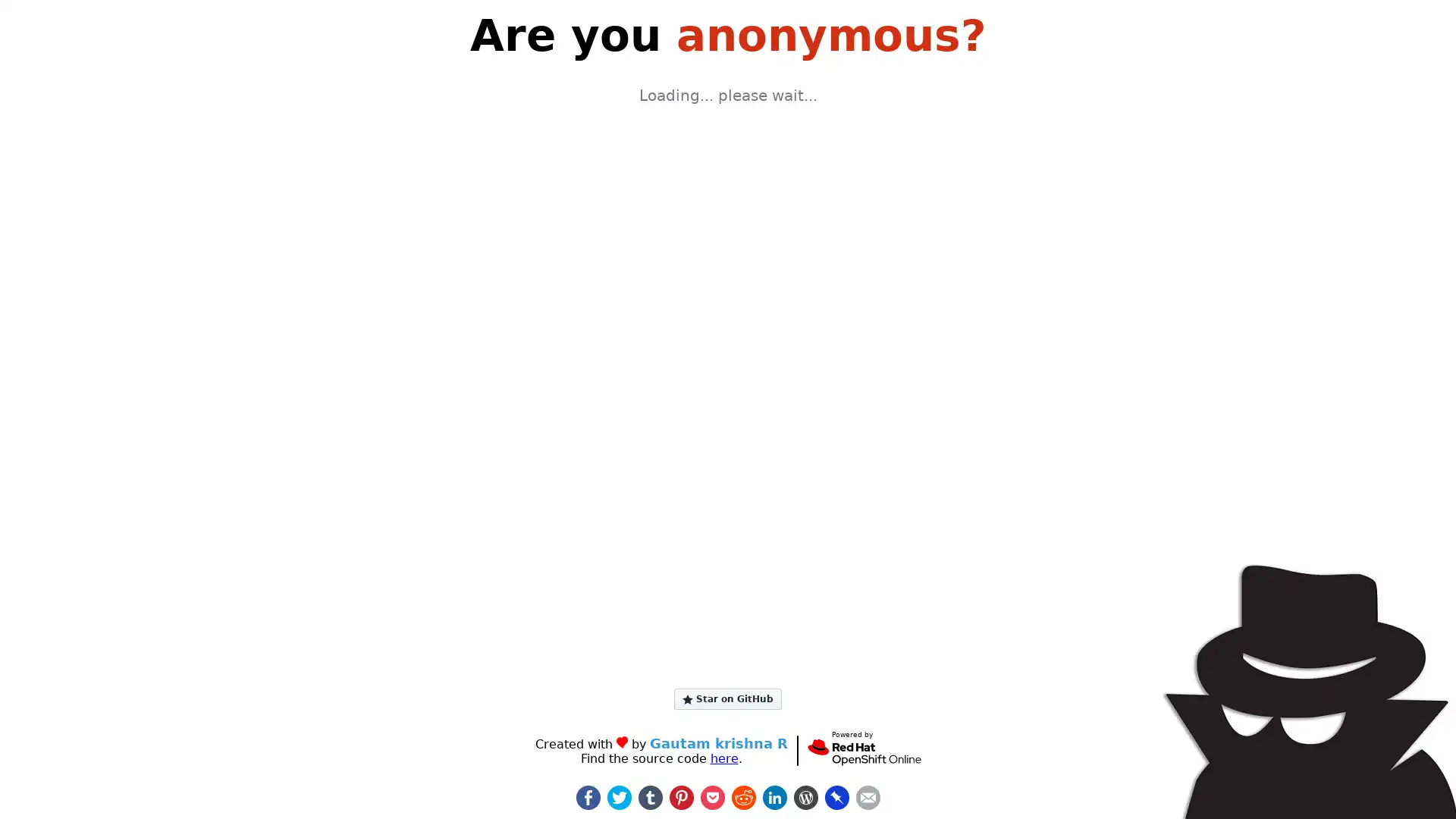  What do you see at coordinates (728, 307) in the screenshot?
I see `See the magic!` at bounding box center [728, 307].